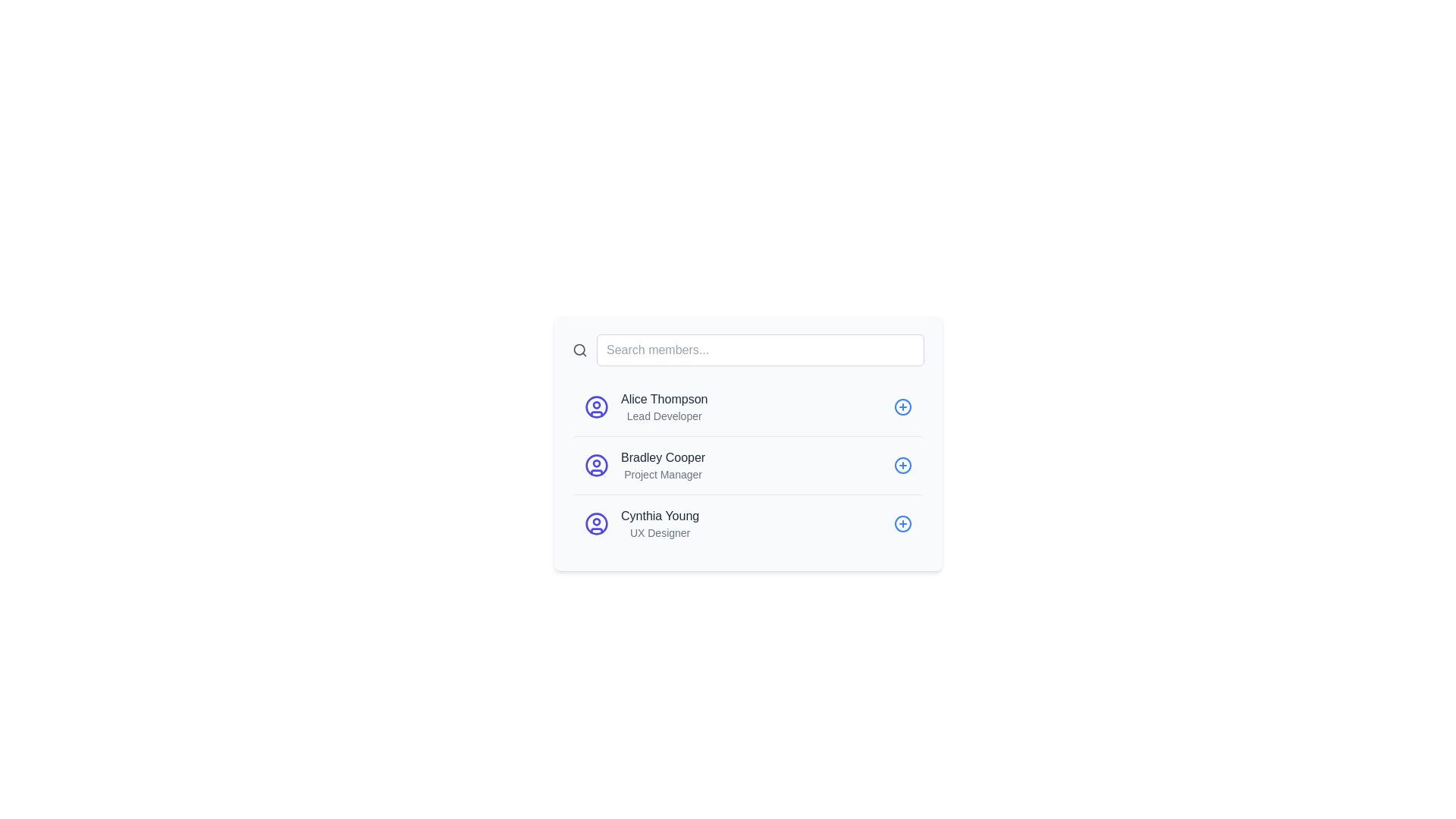  I want to click on the SVG icon representing the user avatar for Cynthia Young, which is located to the left of the text block displaying her name and title, so click(596, 522).